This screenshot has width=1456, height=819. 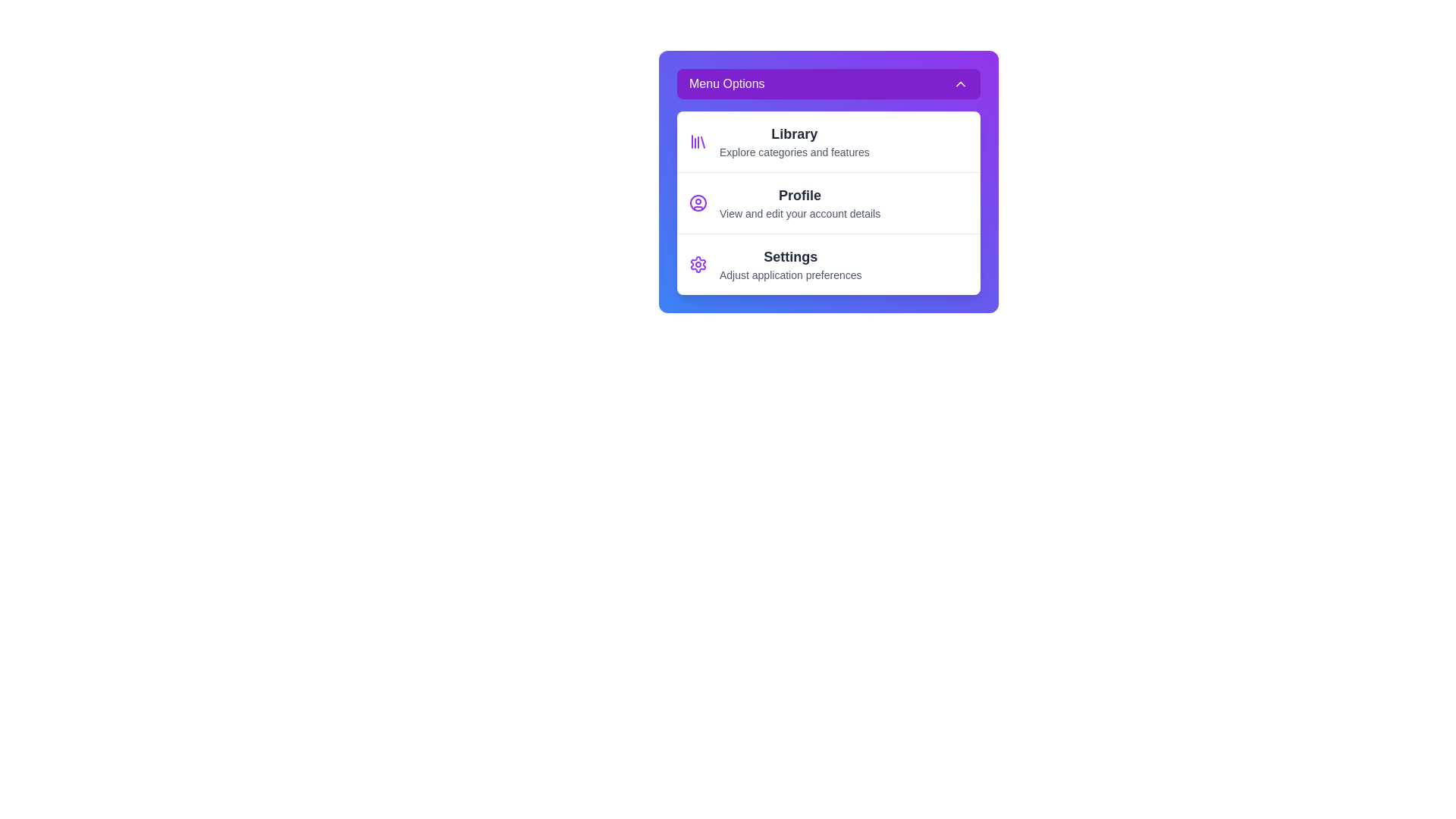 I want to click on the bold text label with the content 'Profile' that is prominently styled as a section title, located between 'Library' and 'Settings', so click(x=799, y=195).